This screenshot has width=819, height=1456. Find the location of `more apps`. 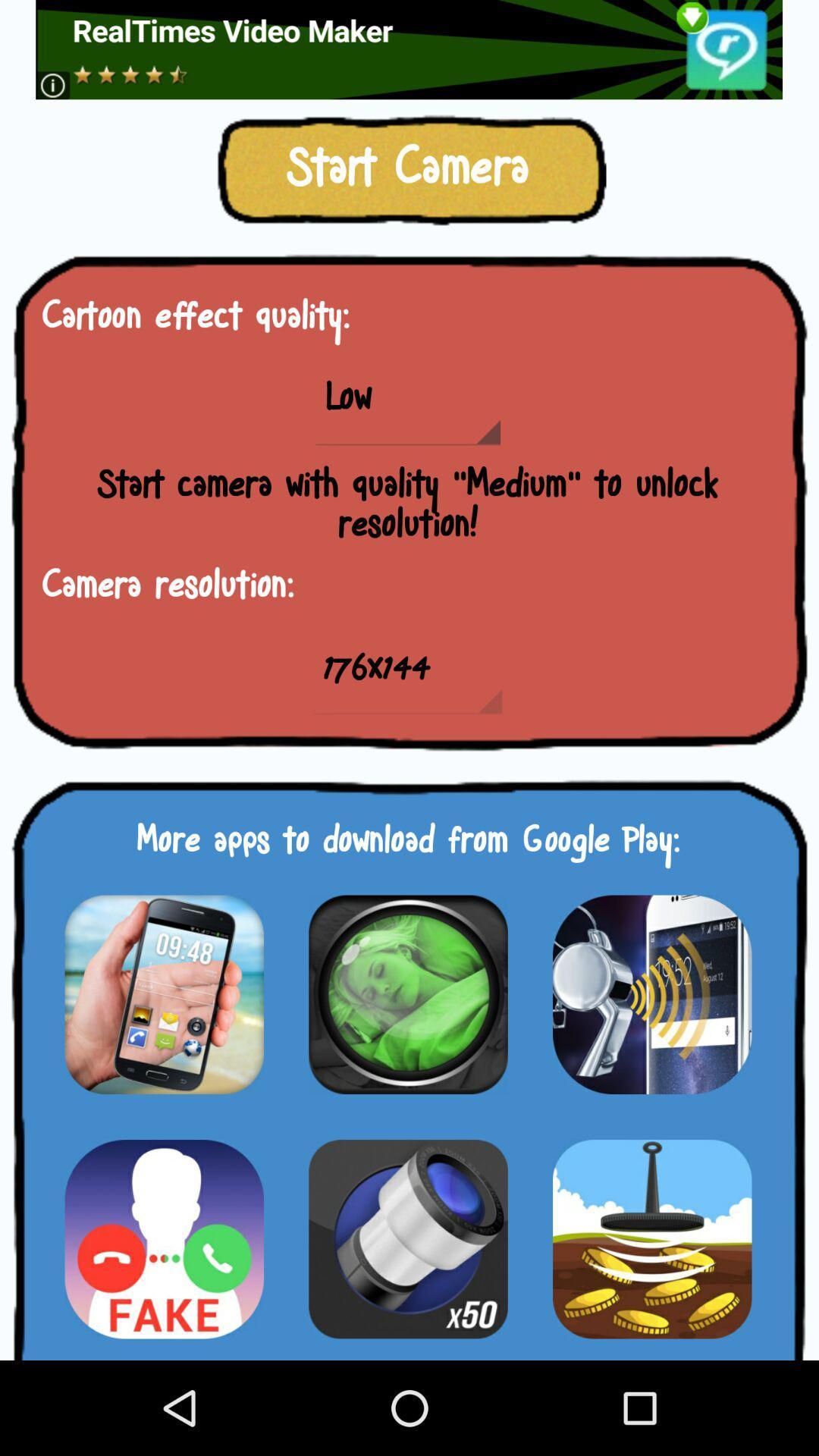

more apps is located at coordinates (407, 994).